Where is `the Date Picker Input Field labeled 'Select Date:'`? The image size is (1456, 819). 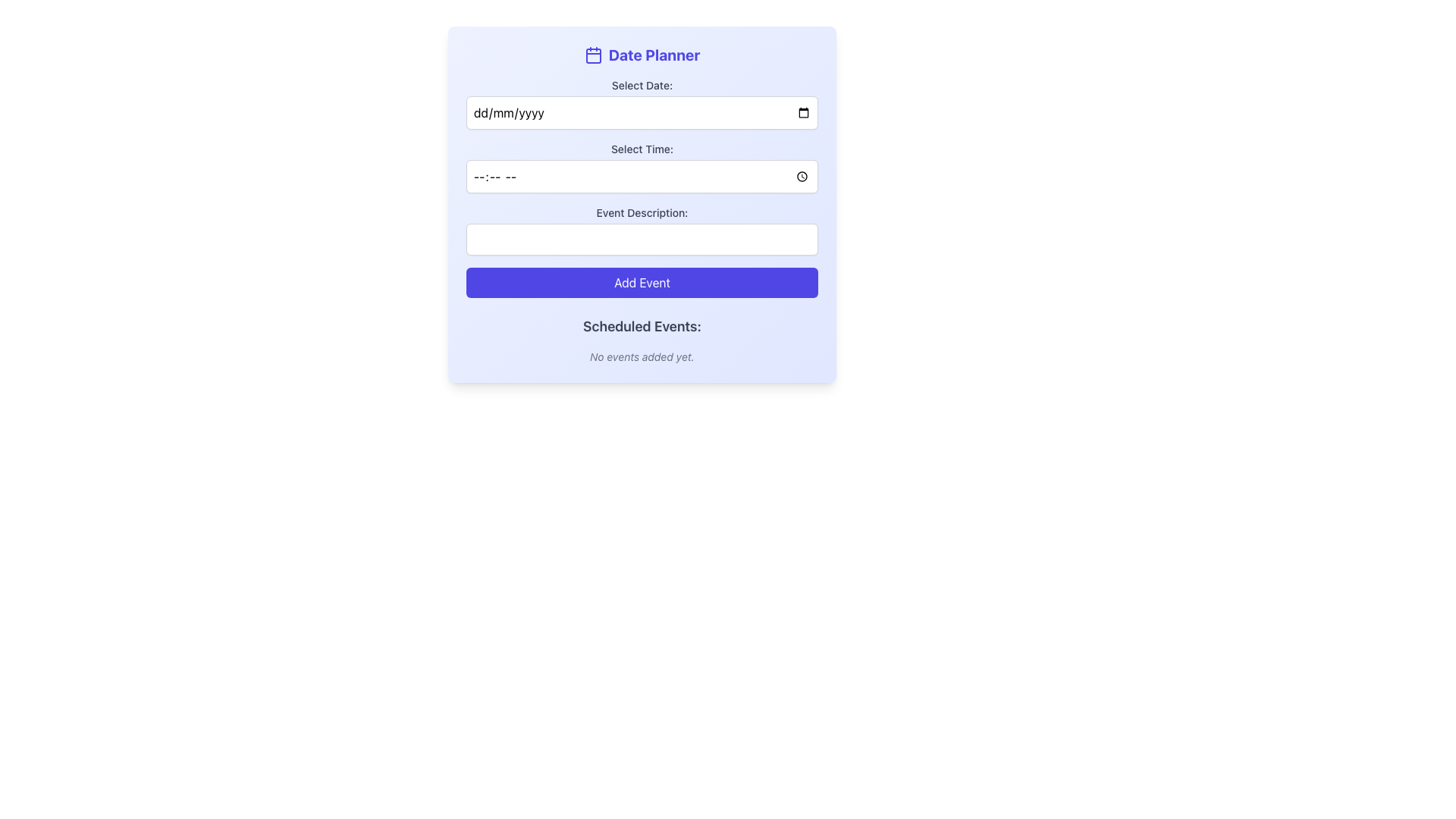
the Date Picker Input Field labeled 'Select Date:' is located at coordinates (642, 103).